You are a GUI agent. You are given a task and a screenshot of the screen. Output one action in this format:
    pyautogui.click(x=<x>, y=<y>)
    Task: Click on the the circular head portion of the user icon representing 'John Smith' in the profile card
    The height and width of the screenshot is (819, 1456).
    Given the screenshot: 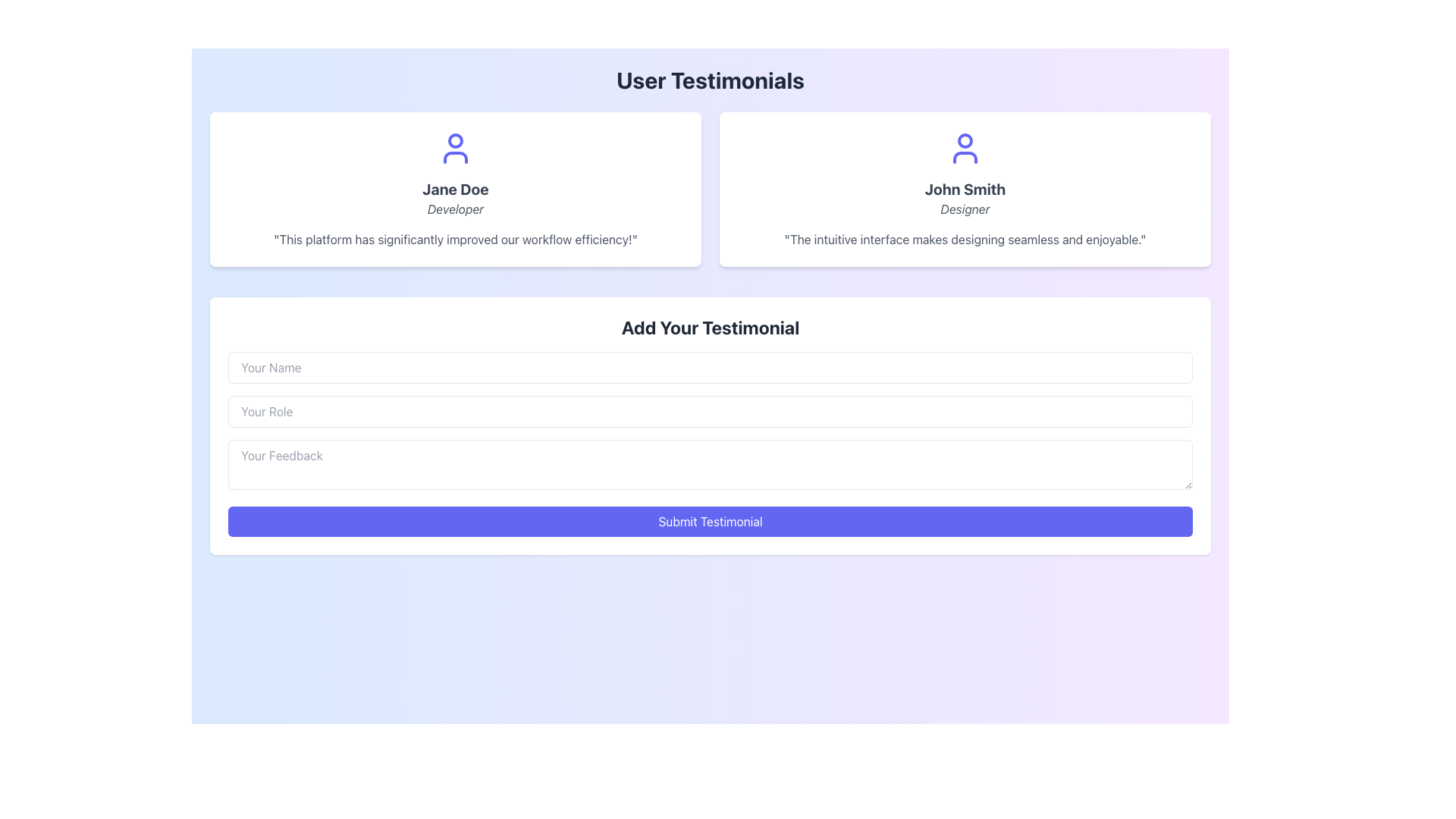 What is the action you would take?
    pyautogui.click(x=964, y=140)
    